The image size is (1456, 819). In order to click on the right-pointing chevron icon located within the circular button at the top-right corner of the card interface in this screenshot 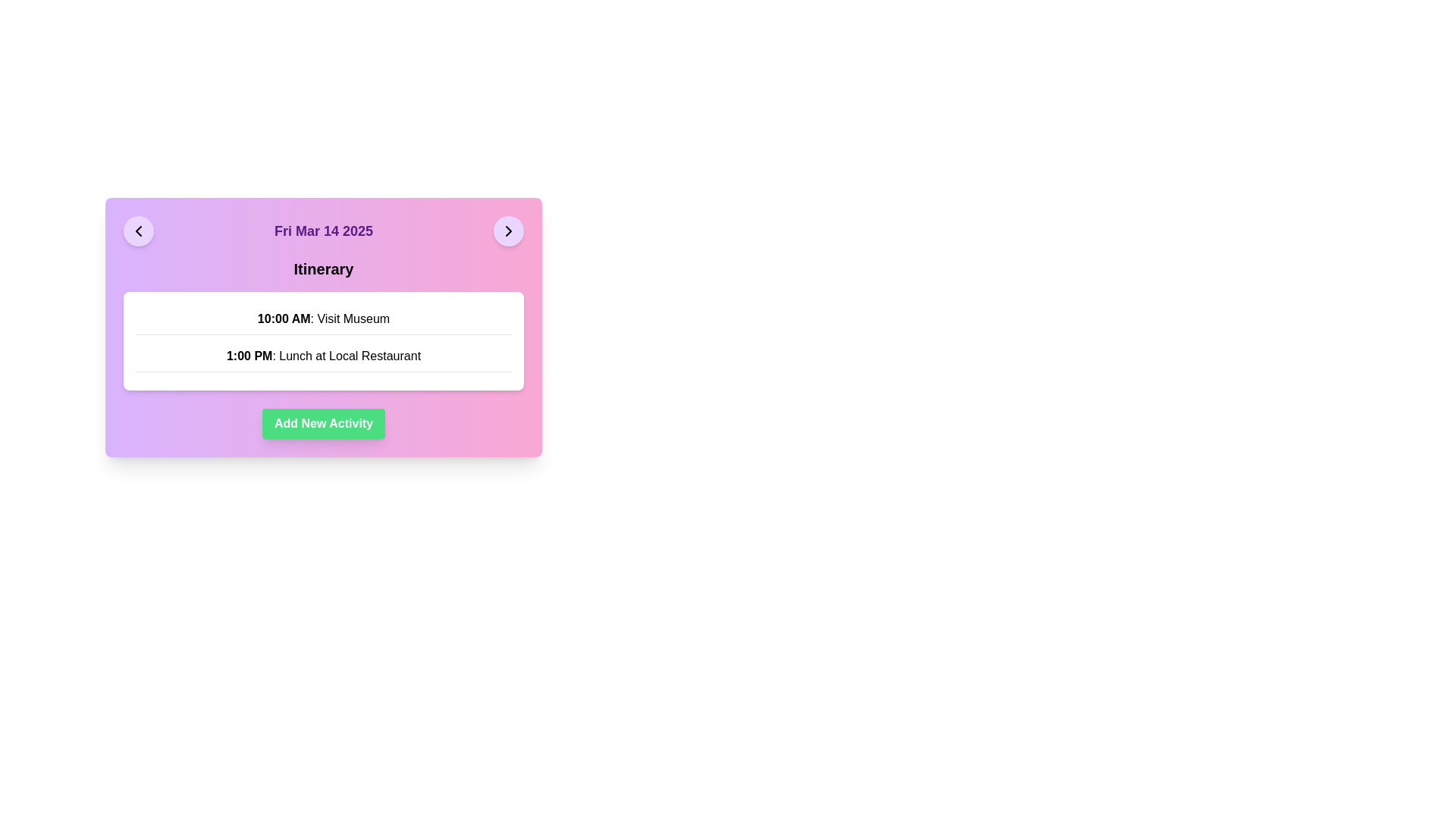, I will do `click(509, 231)`.